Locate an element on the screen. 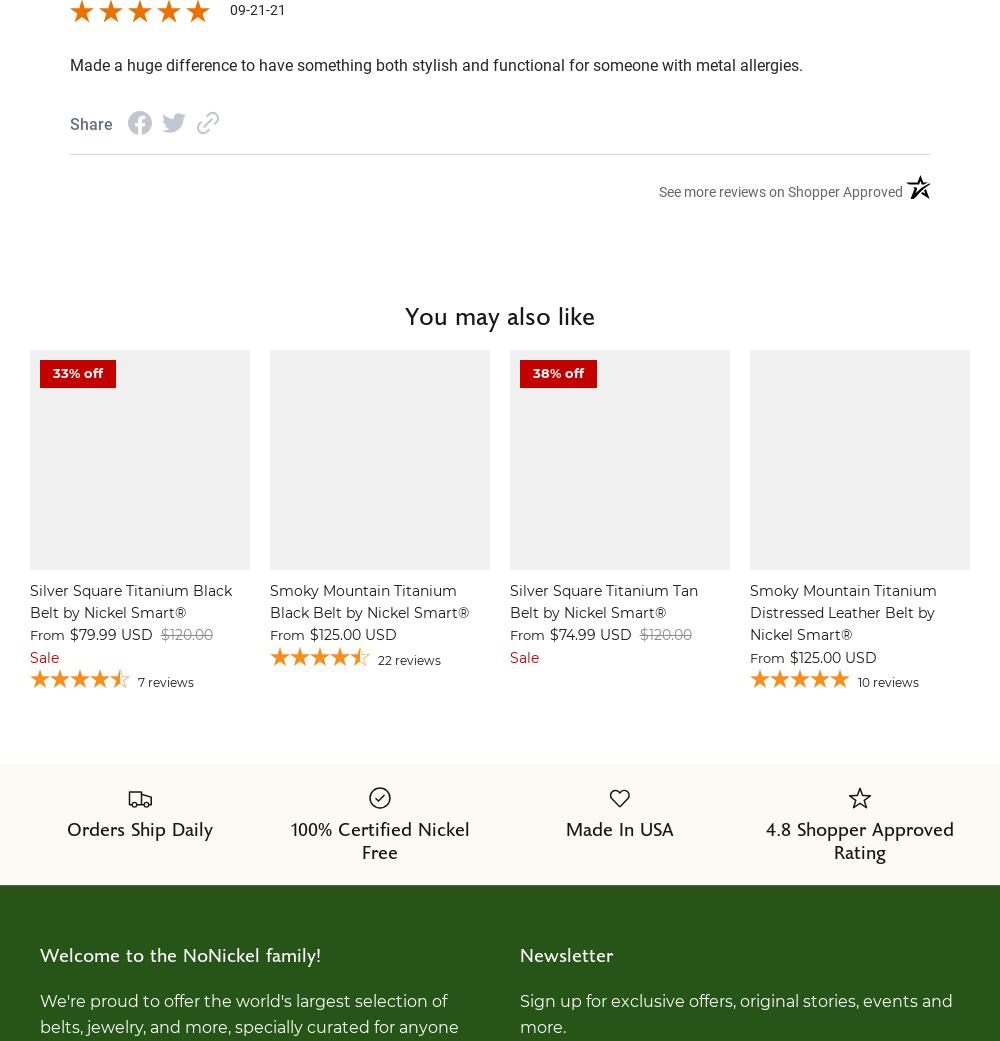 The height and width of the screenshot is (1041, 1000). 'Made a huge difference to have something both stylish and functional for someone with metal allergies.' is located at coordinates (436, 64).